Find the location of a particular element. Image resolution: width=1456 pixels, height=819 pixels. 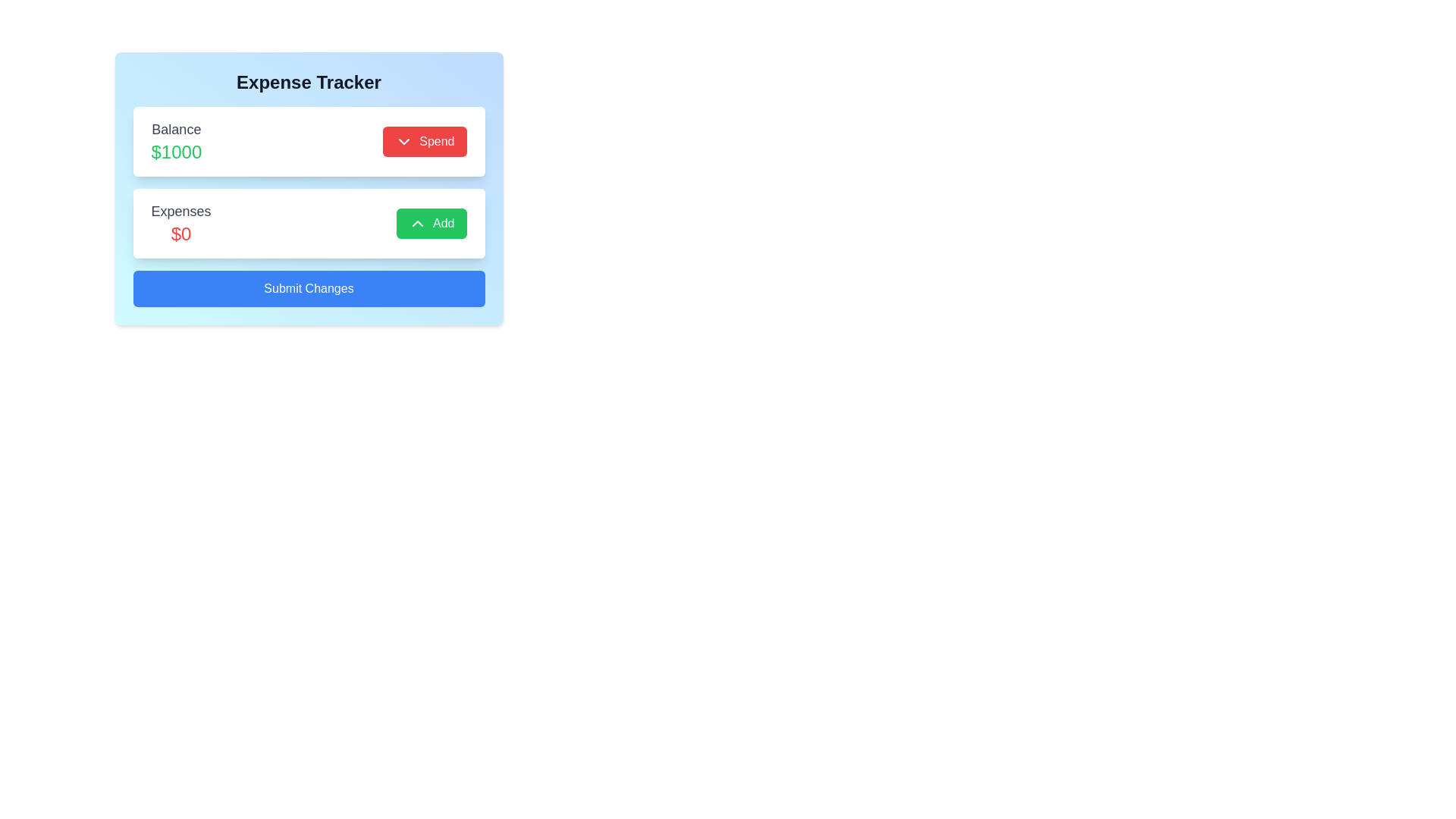

the 'Submit Changes' button, which is a bright blue rectangular button with rounded edges and white text is located at coordinates (308, 289).